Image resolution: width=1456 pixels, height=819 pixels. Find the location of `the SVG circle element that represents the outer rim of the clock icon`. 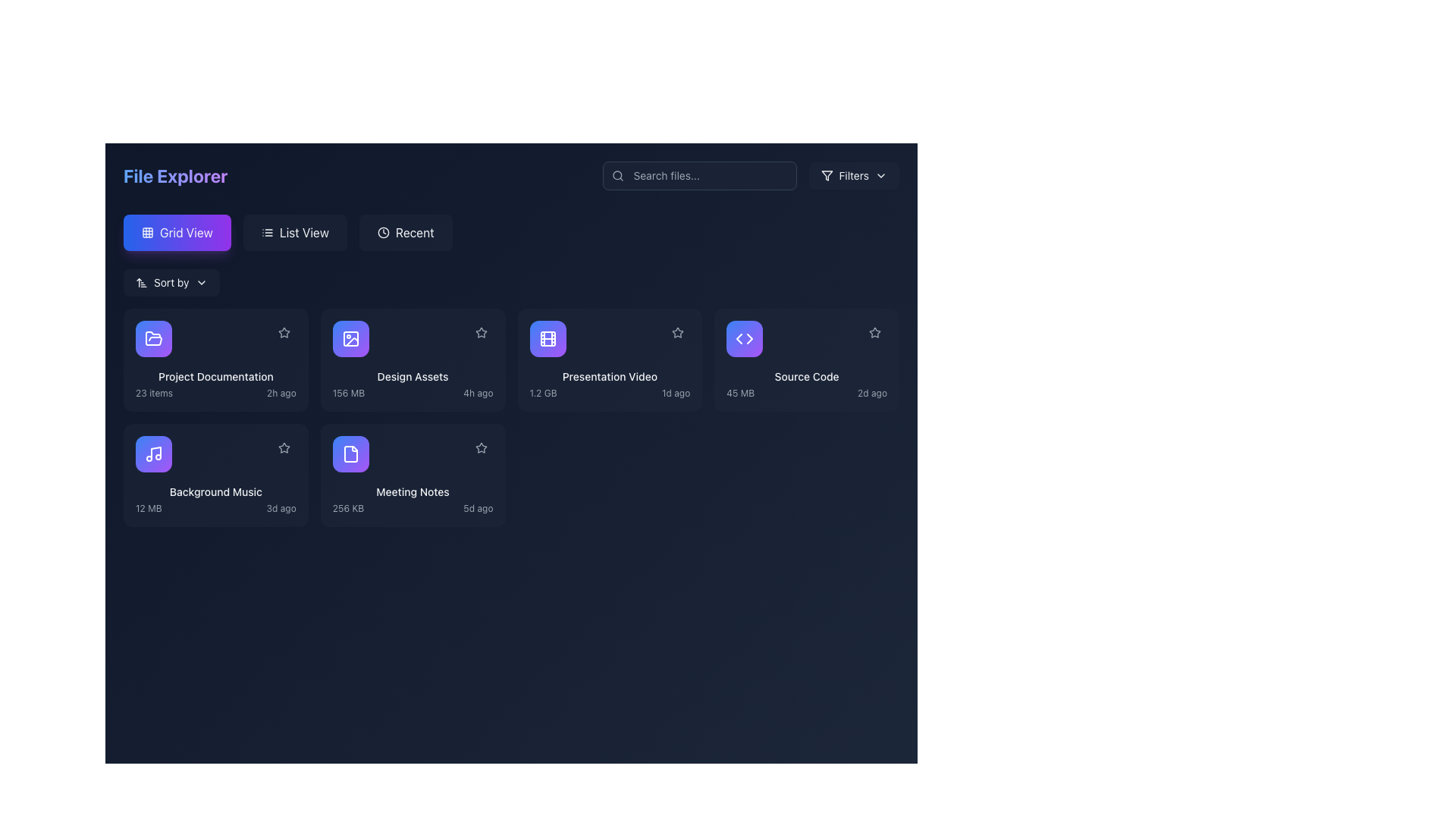

the SVG circle element that represents the outer rim of the clock icon is located at coordinates (383, 233).